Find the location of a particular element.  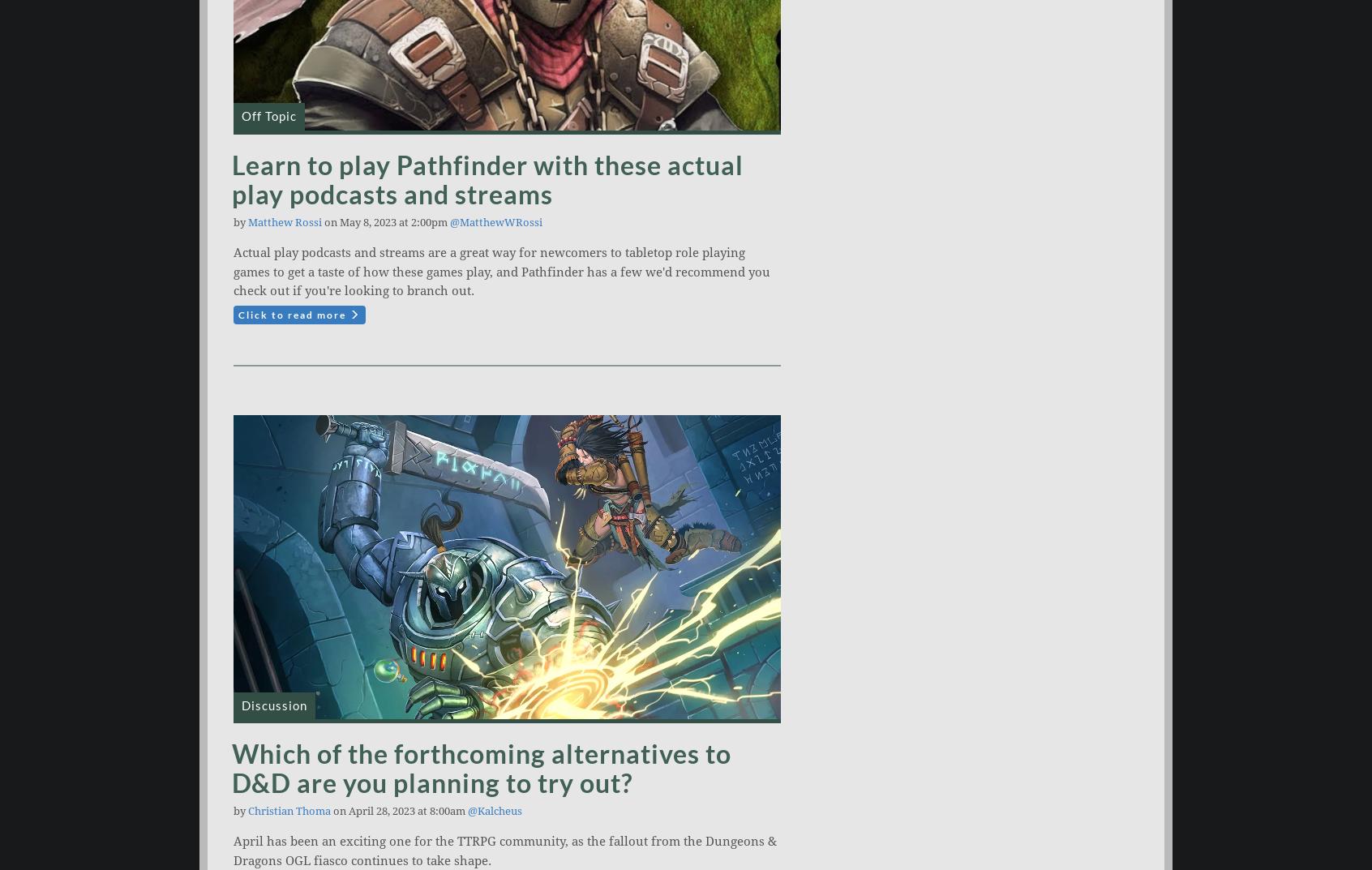

'on April 28, 2023 at 8:00am' is located at coordinates (398, 810).